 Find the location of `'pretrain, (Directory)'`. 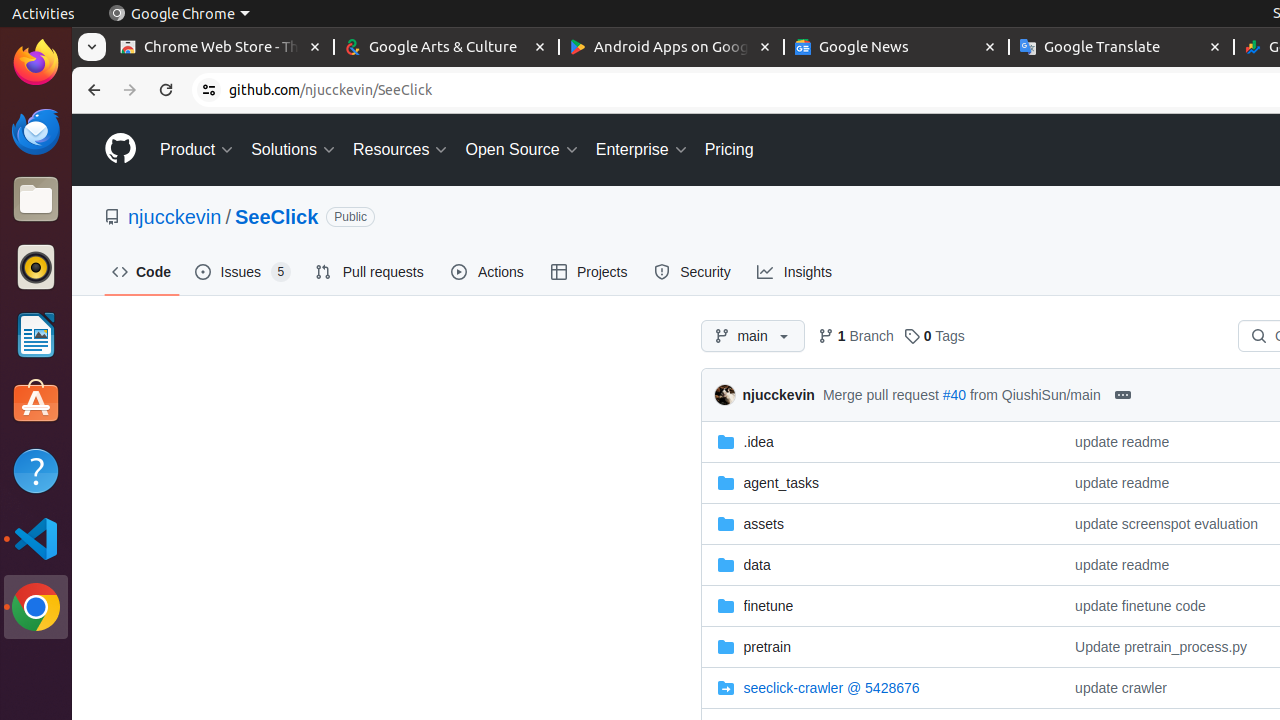

'pretrain, (Directory)' is located at coordinates (765, 646).